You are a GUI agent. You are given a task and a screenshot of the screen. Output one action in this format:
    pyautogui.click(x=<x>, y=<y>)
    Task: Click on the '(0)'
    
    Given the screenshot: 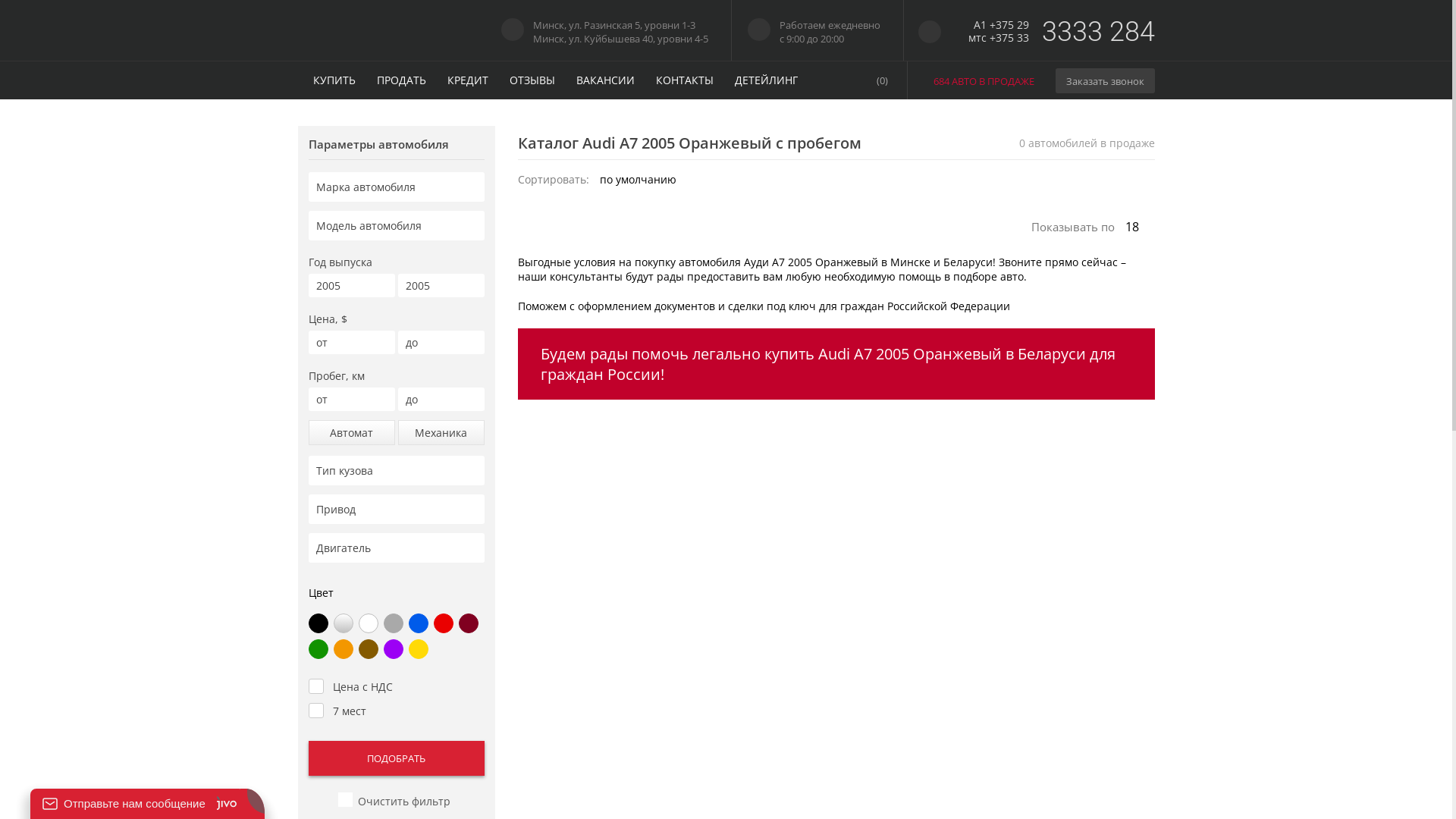 What is the action you would take?
    pyautogui.click(x=856, y=80)
    